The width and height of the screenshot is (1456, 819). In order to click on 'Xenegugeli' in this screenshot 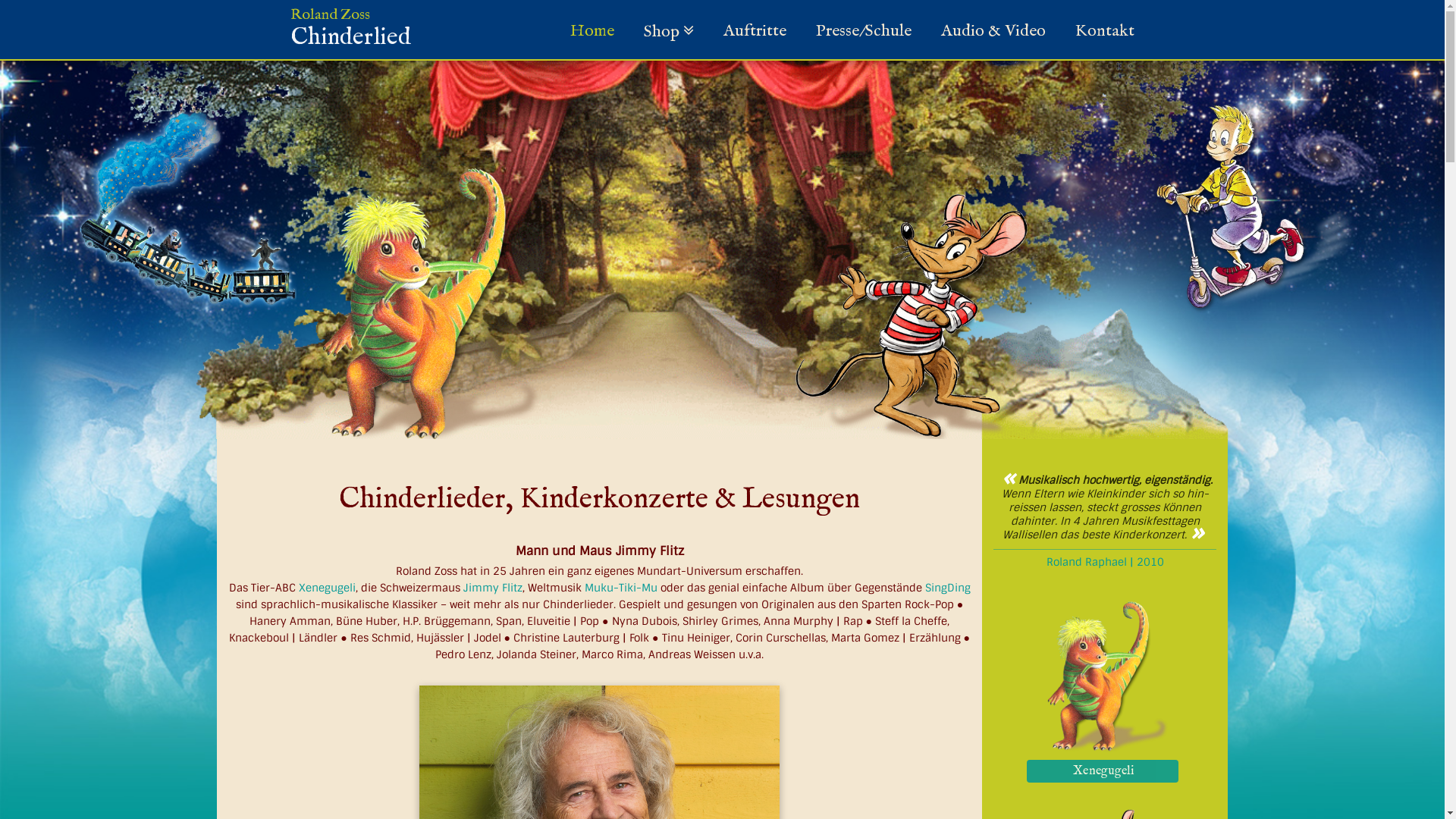, I will do `click(1026, 771)`.